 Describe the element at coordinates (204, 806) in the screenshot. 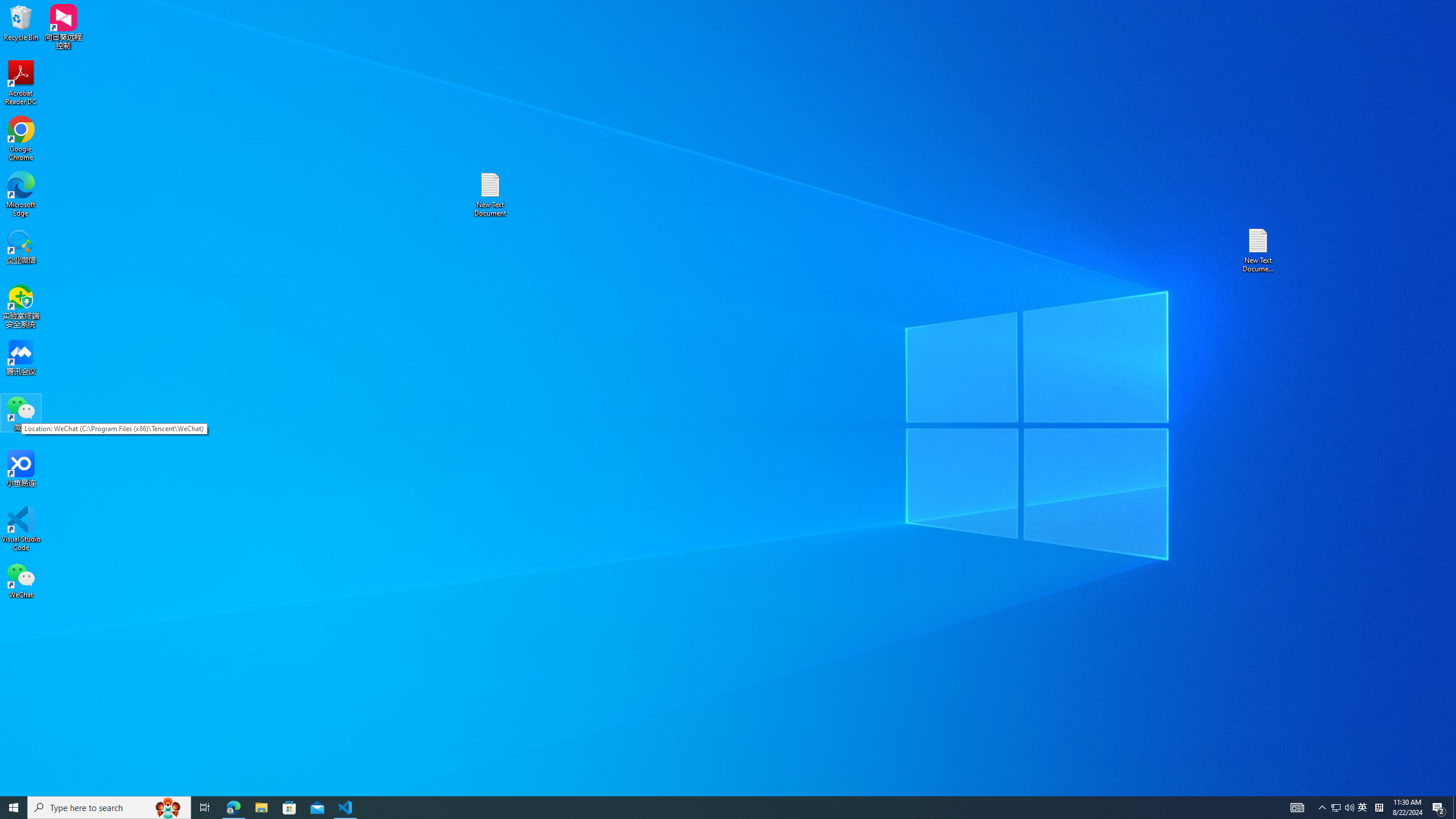

I see `'Task View'` at that location.